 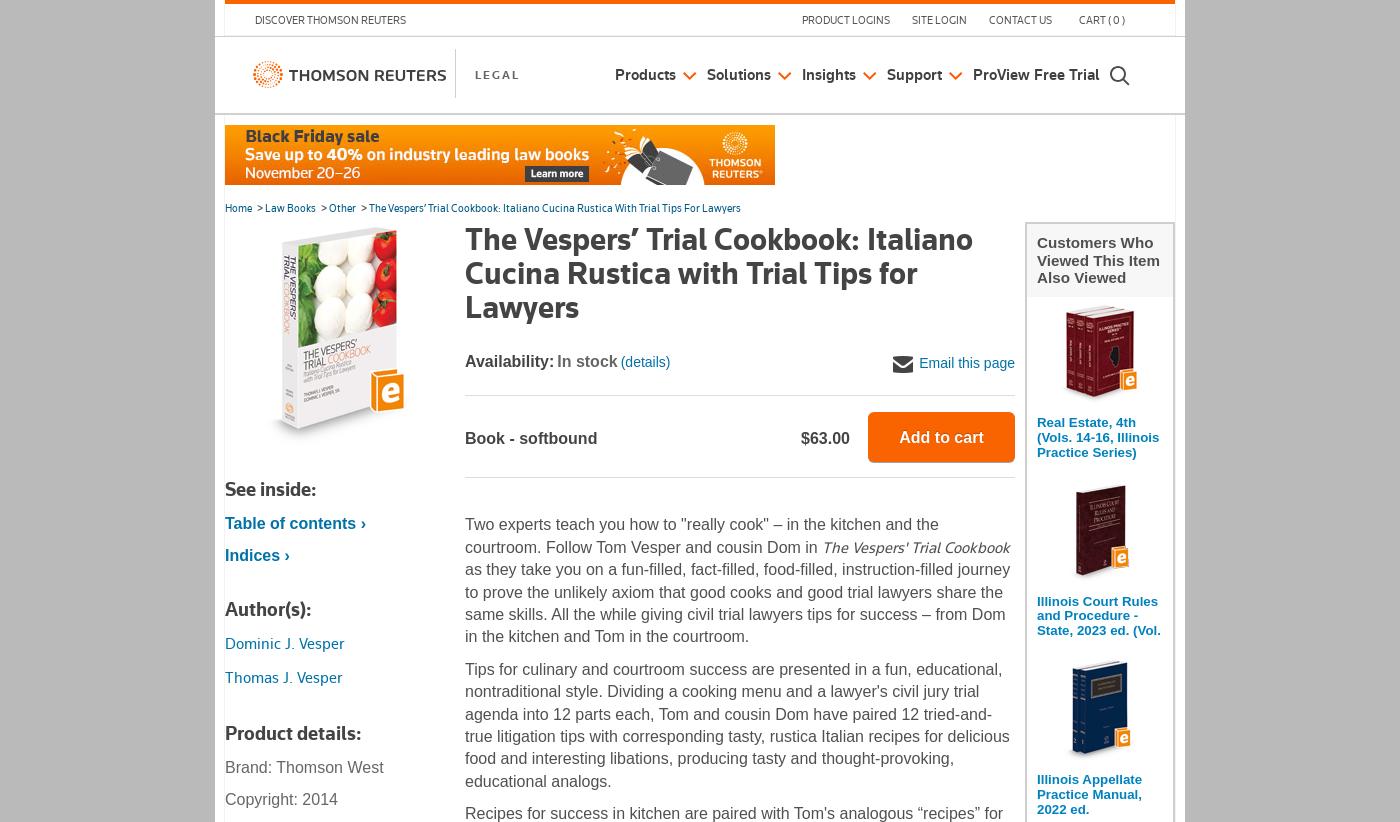 What do you see at coordinates (1089, 793) in the screenshot?
I see `'Illinois Appellate Practice Manual, 2022 ed.'` at bounding box center [1089, 793].